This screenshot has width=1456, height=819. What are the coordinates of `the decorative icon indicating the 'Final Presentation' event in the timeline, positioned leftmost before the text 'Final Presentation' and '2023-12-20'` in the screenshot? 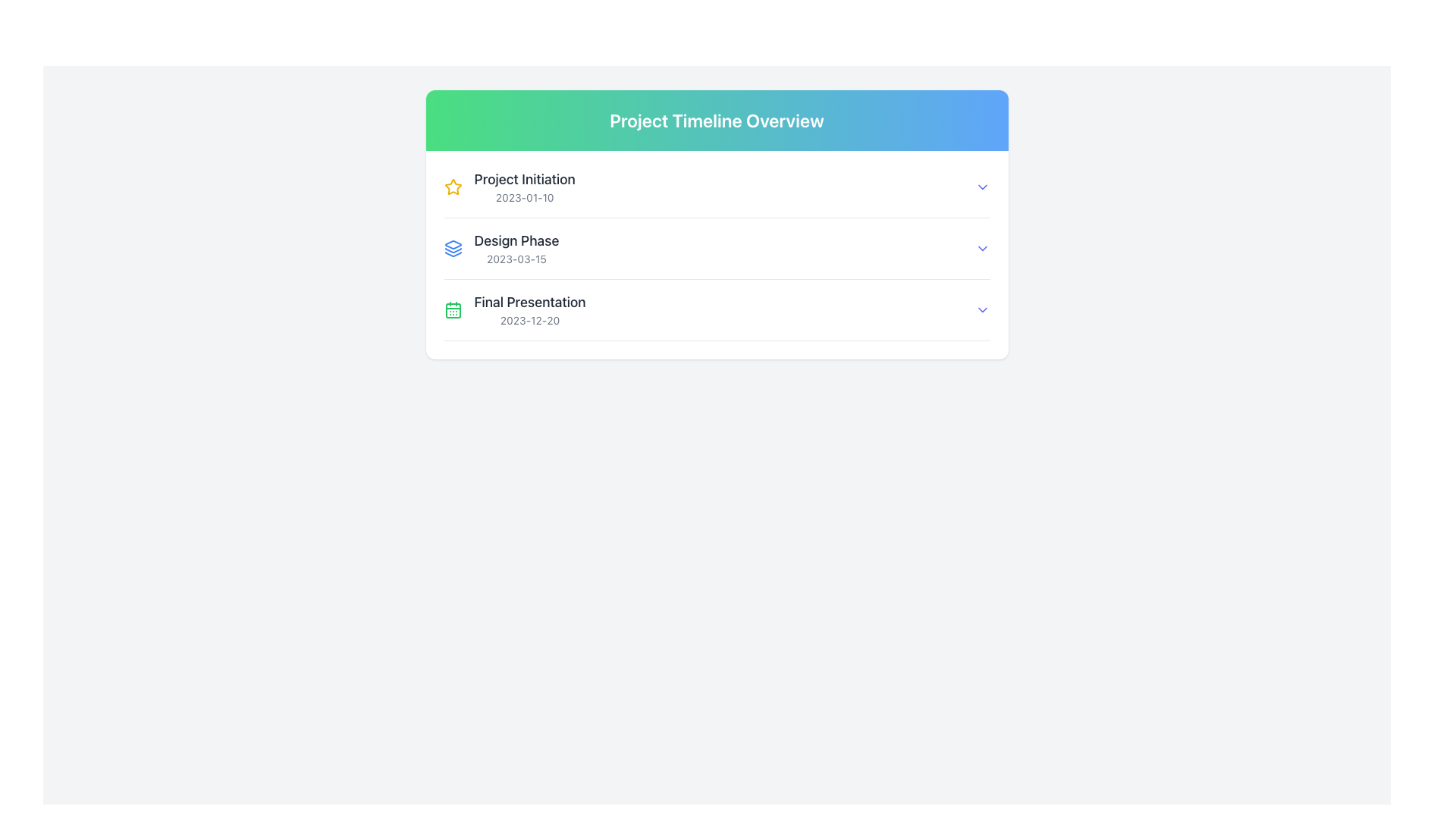 It's located at (452, 309).